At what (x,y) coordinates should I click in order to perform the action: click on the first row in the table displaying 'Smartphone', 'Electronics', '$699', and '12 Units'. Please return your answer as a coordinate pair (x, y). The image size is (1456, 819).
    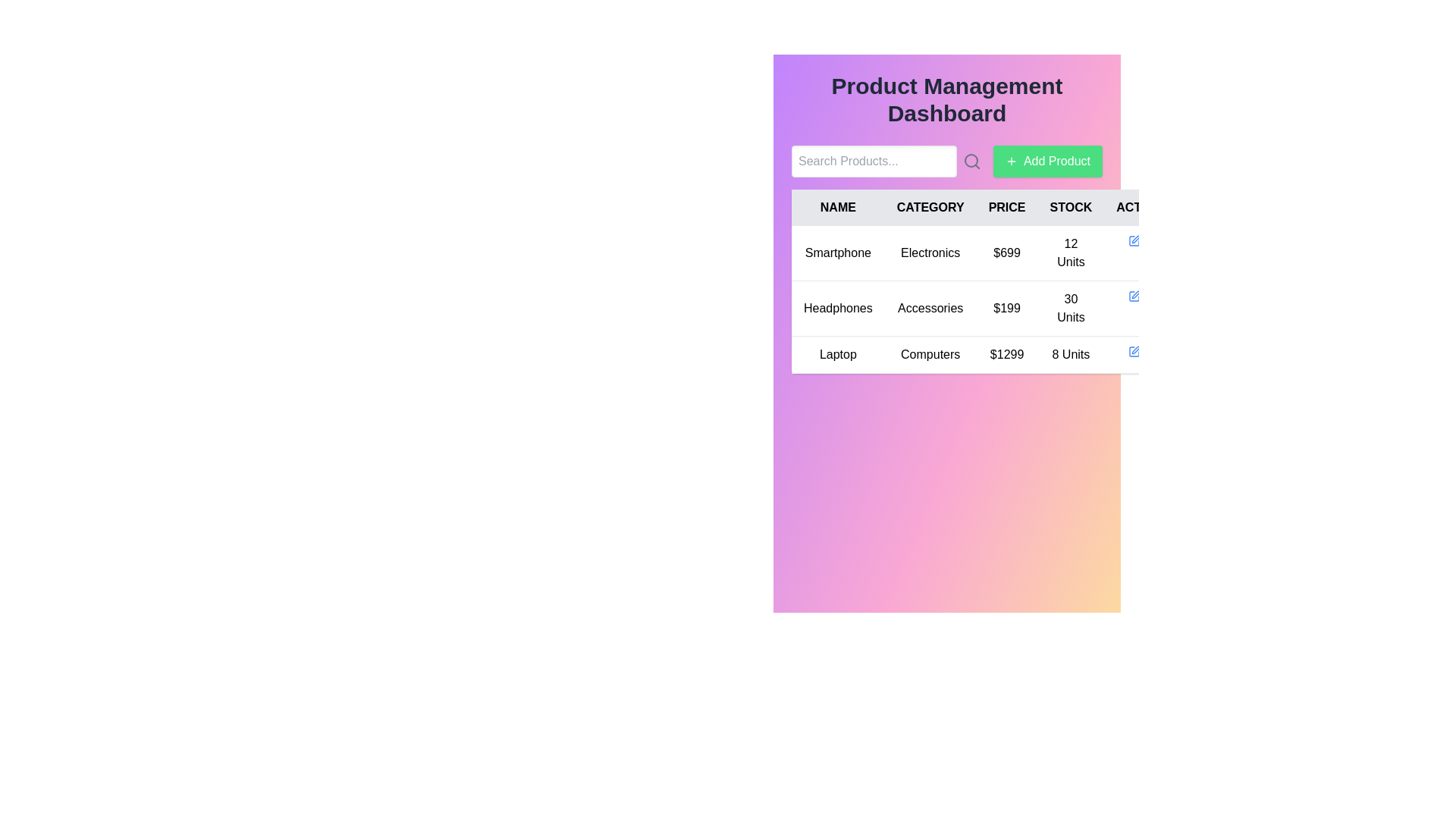
    Looking at the image, I should click on (987, 253).